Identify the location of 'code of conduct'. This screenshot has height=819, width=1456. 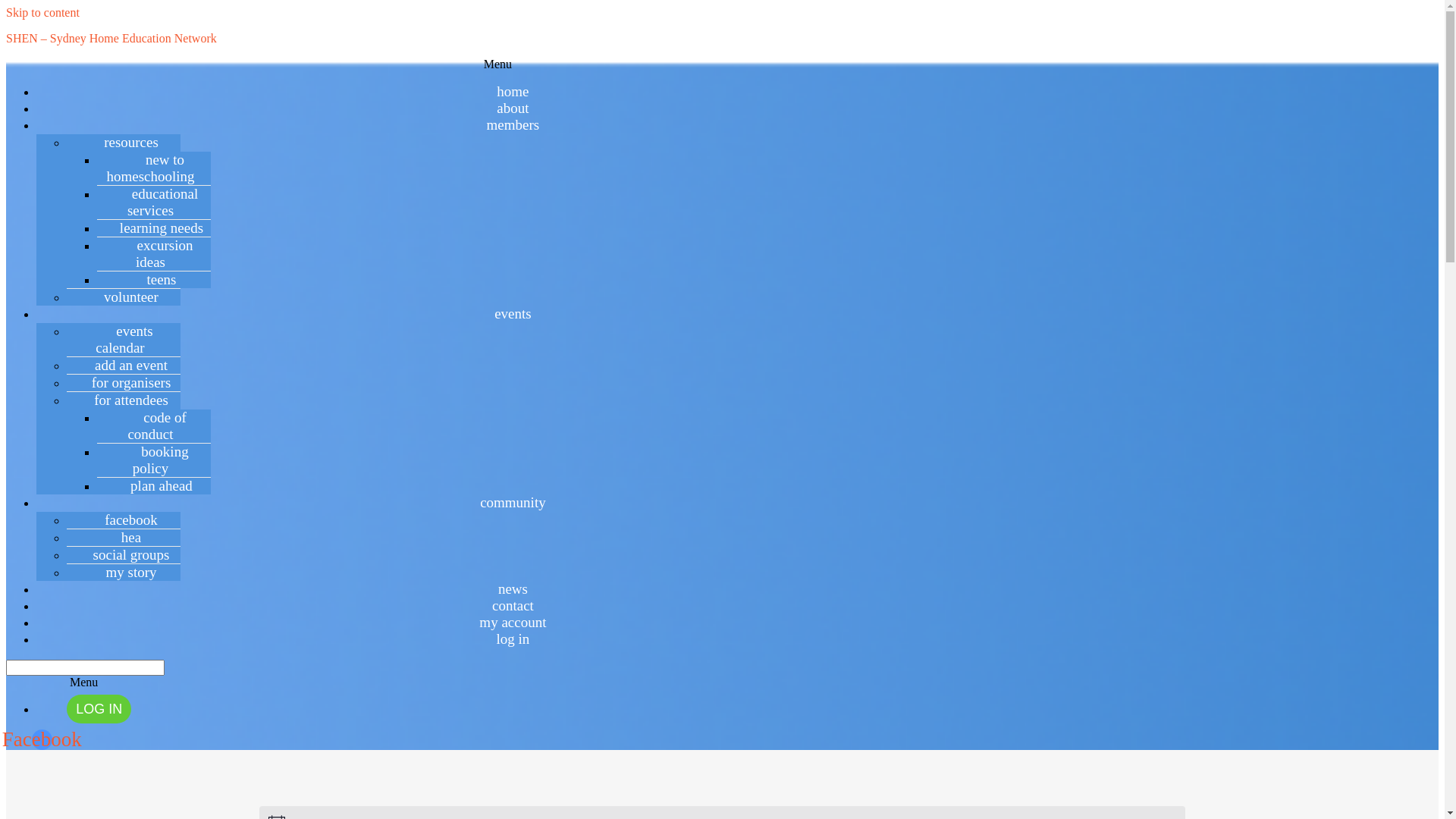
(153, 425).